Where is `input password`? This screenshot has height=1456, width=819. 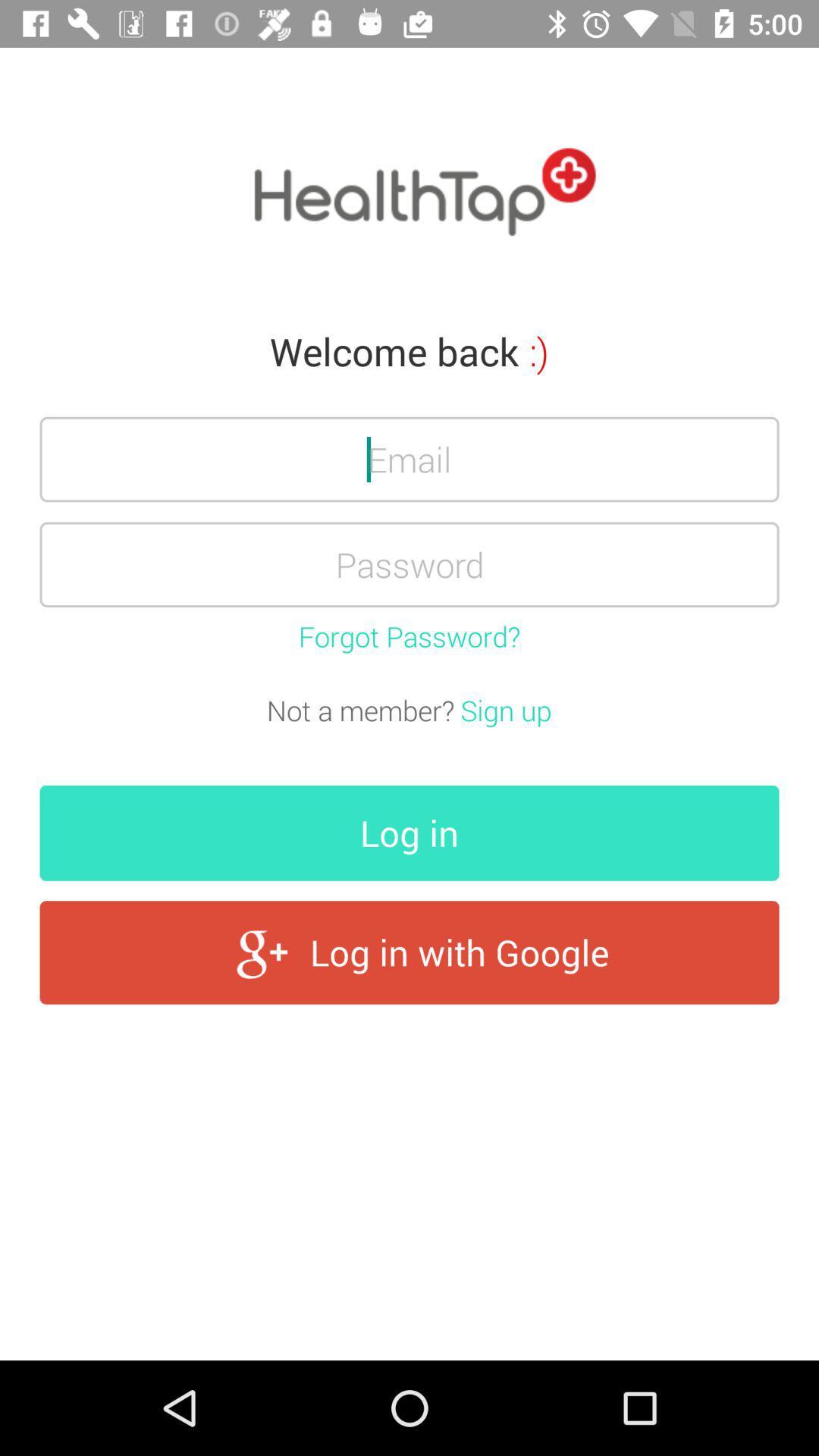
input password is located at coordinates (409, 563).